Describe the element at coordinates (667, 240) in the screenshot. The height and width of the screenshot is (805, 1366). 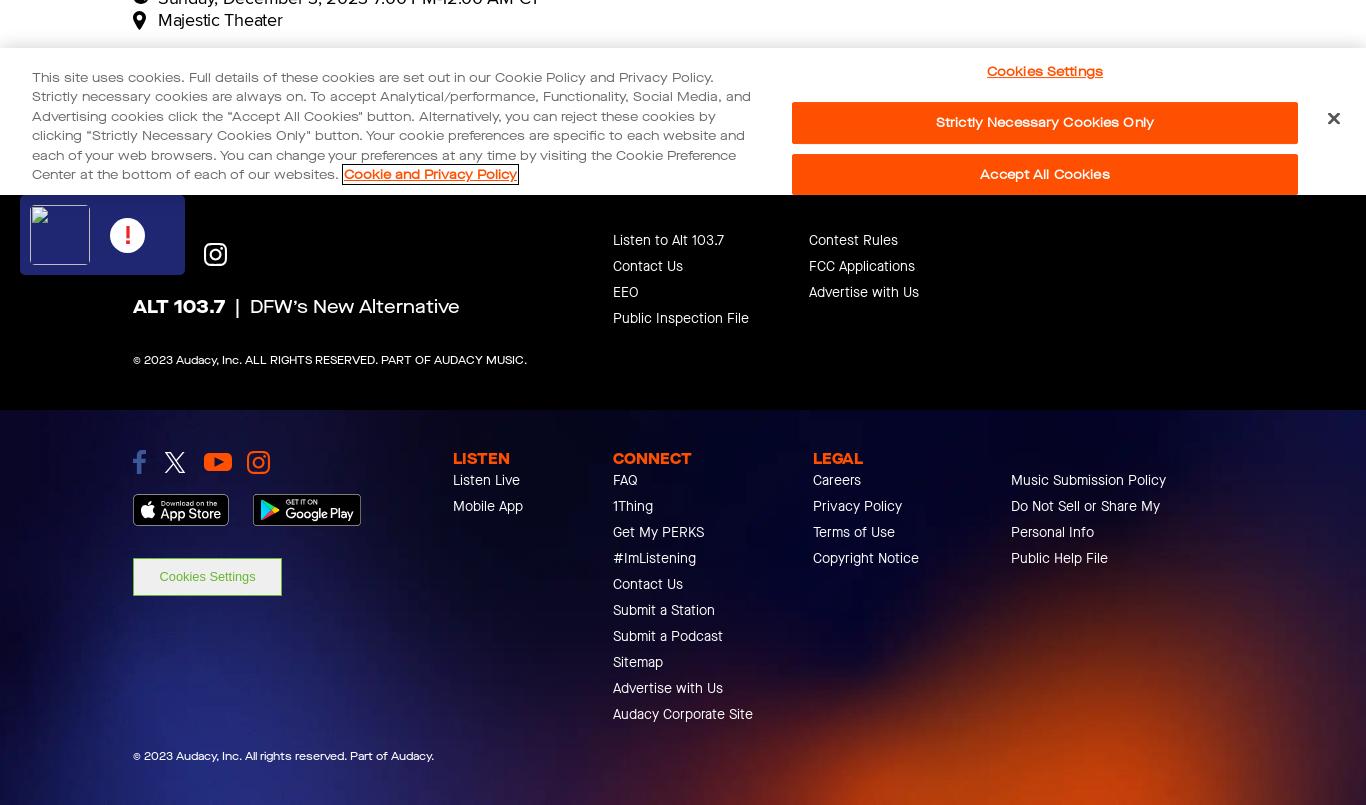
I see `'Listen to Alt 103.7'` at that location.